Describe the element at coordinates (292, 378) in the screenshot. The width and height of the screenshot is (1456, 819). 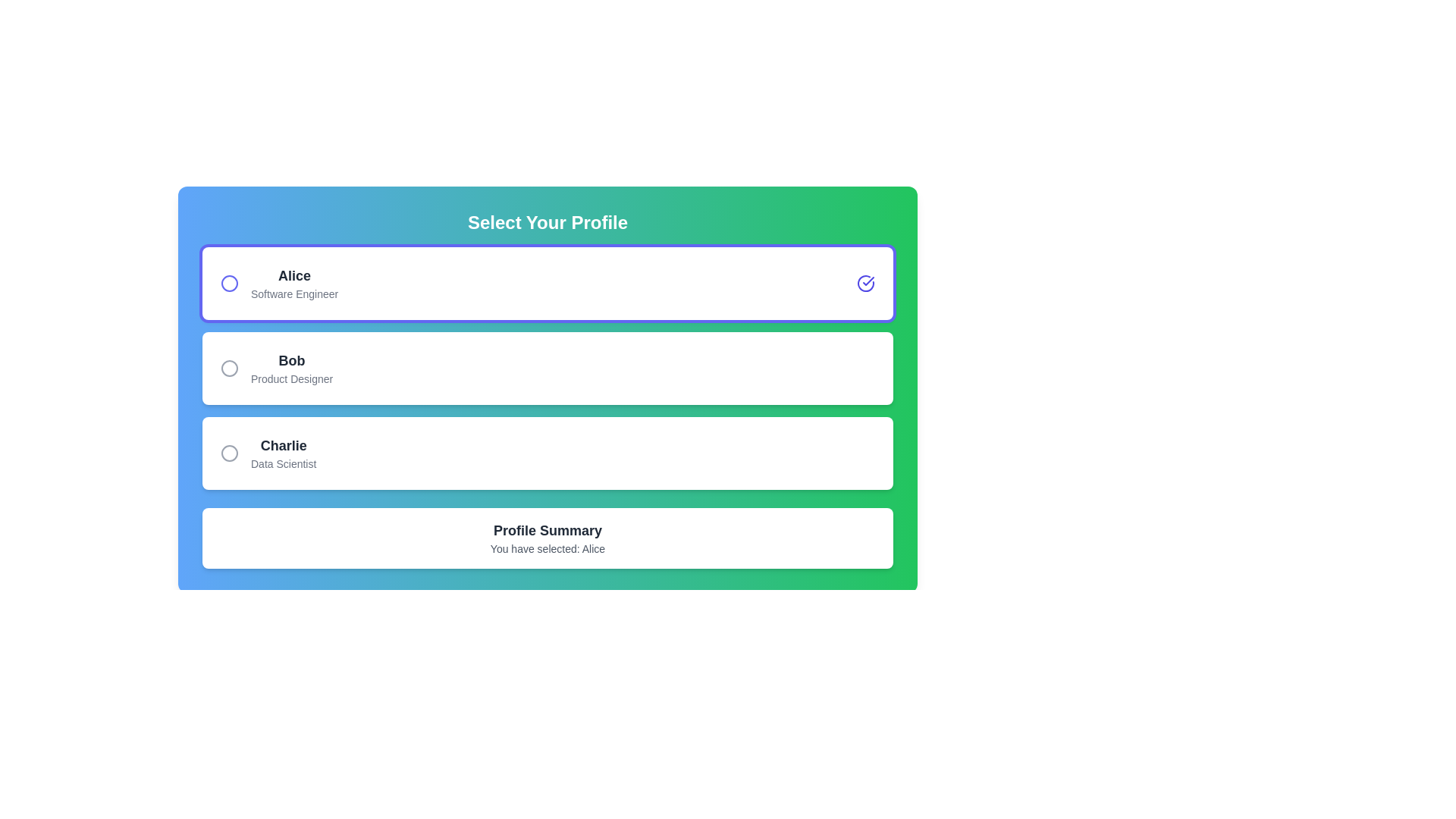
I see `the job title label associated with the 'Bob' profile option, which is located directly below the 'Bob' name label within the 'Bob' profile card` at that location.